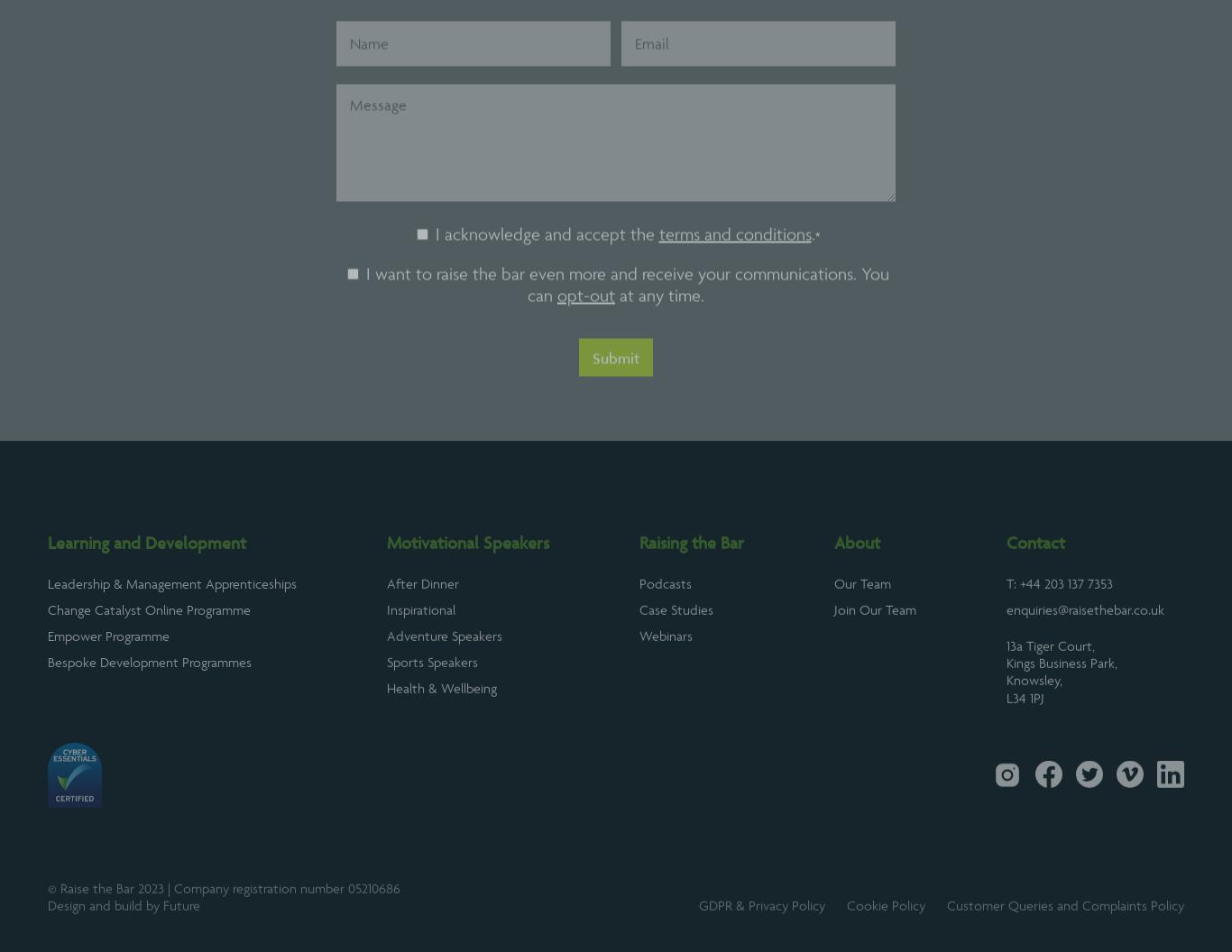  What do you see at coordinates (875, 654) in the screenshot?
I see `'Join Our Team'` at bounding box center [875, 654].